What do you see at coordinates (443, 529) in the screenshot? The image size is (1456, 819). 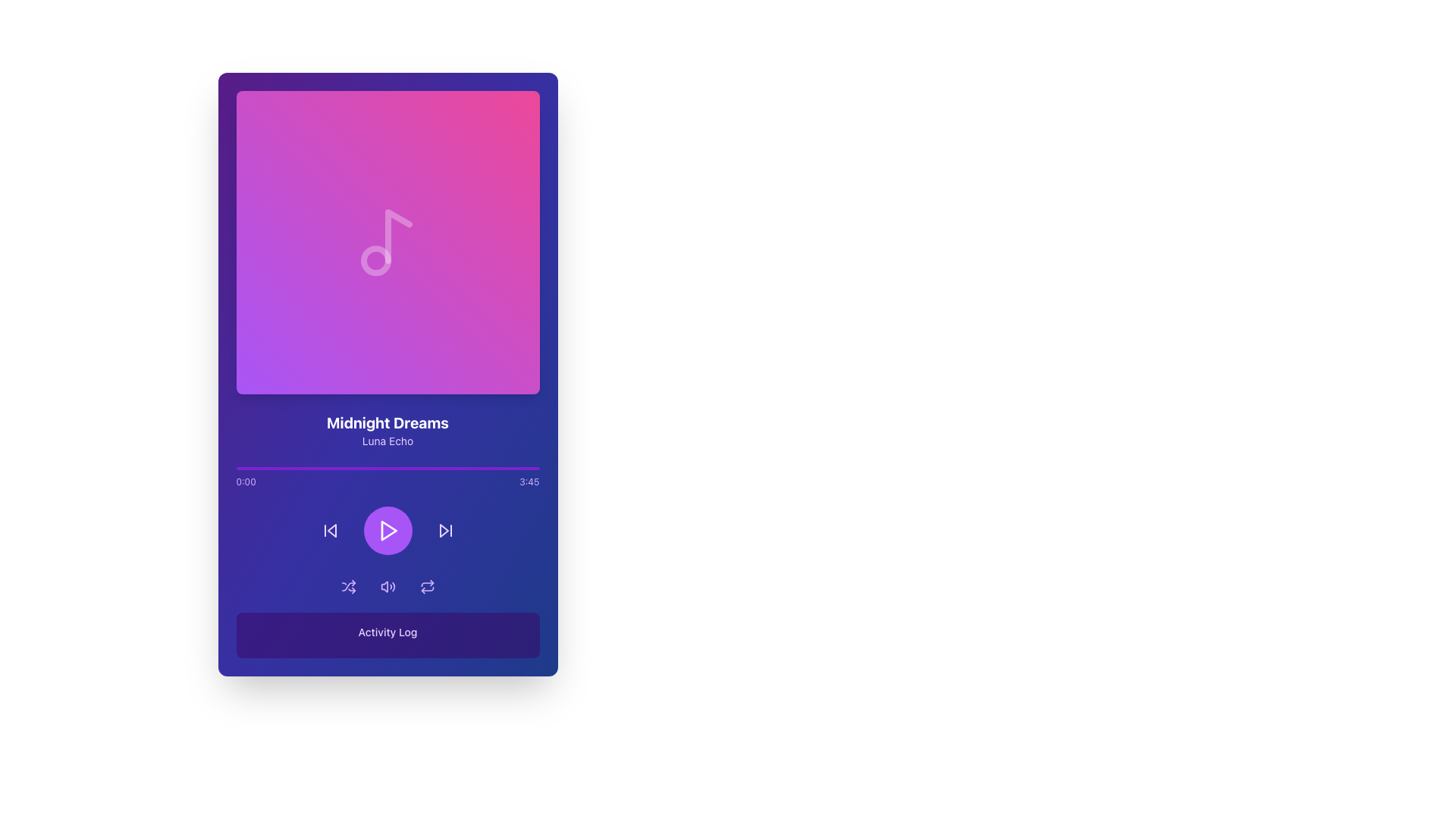 I see `the 'skip forward' button` at bounding box center [443, 529].